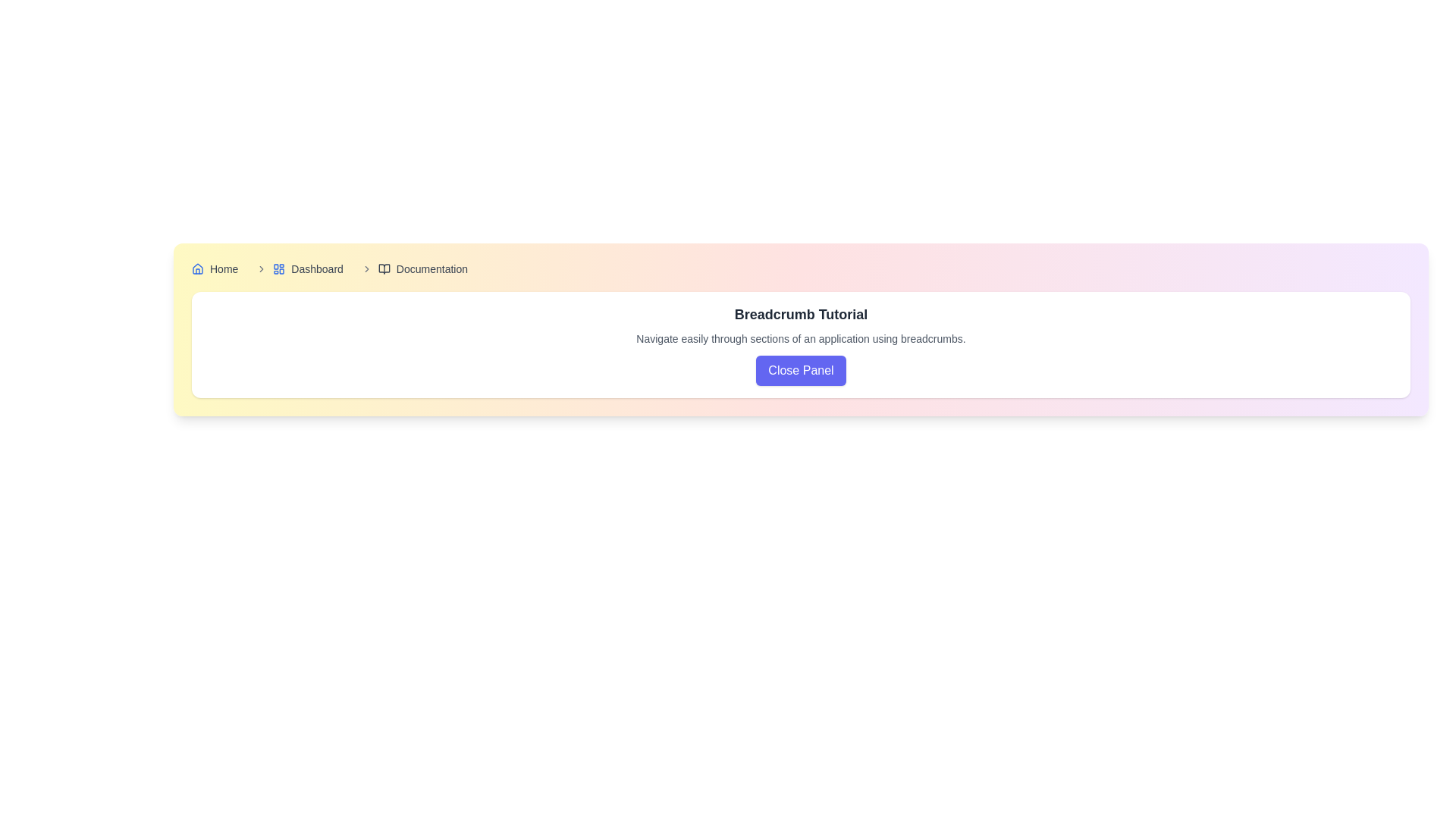 Image resolution: width=1456 pixels, height=819 pixels. What do you see at coordinates (800, 338) in the screenshot?
I see `the explanatory Text label that informs the user about breadcrumbs functionality, positioned between the 'Breadcrumb Tutorial' heading and the 'Close Panel' button` at bounding box center [800, 338].